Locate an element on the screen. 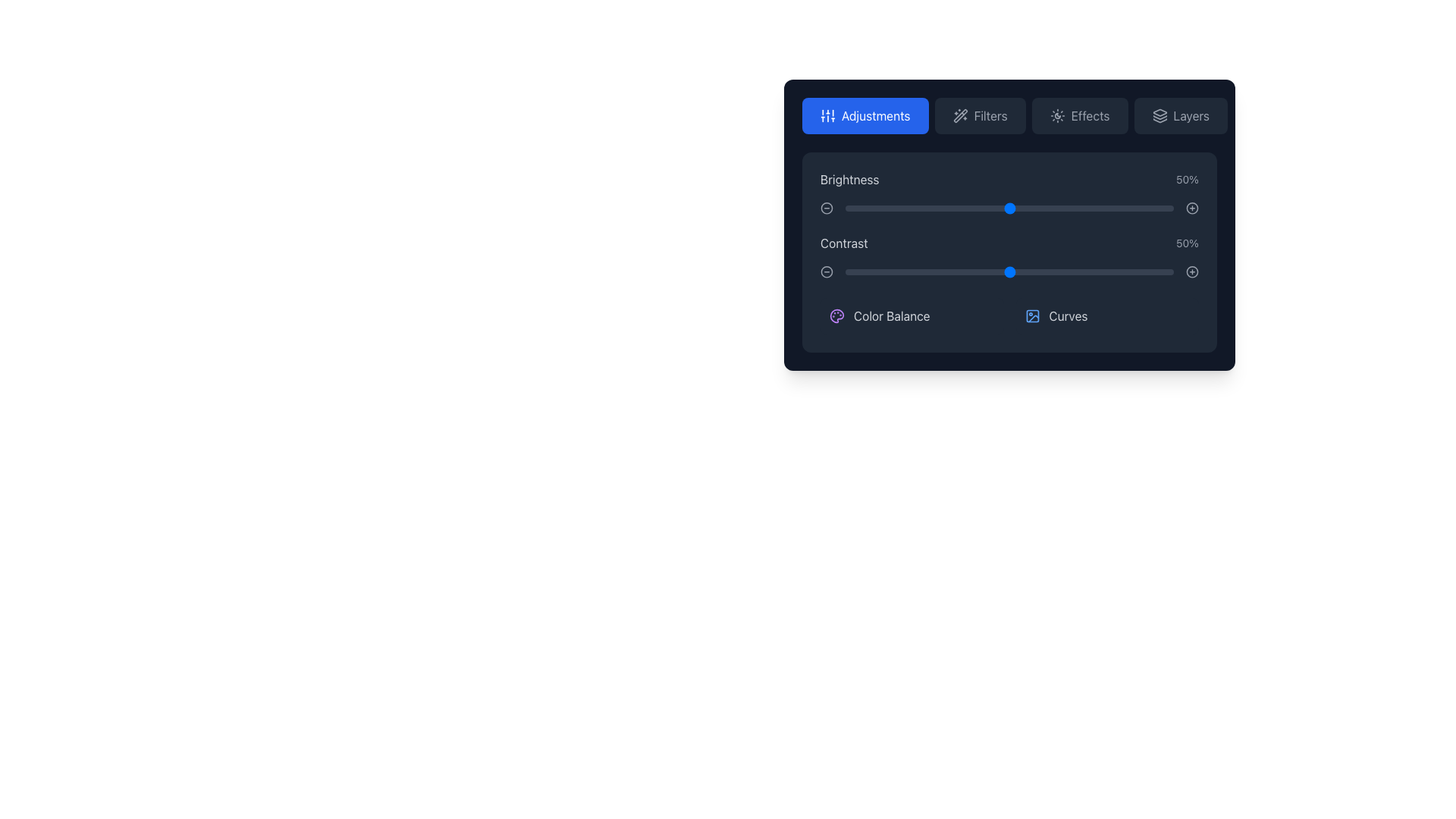 The width and height of the screenshot is (1456, 819). the vertically-oriented sliders icon, which consists of three vertical lines with horizontal sliders, located to the left of the 'Adjustments' text in the top-left area of the expanded toolbar is located at coordinates (827, 115).